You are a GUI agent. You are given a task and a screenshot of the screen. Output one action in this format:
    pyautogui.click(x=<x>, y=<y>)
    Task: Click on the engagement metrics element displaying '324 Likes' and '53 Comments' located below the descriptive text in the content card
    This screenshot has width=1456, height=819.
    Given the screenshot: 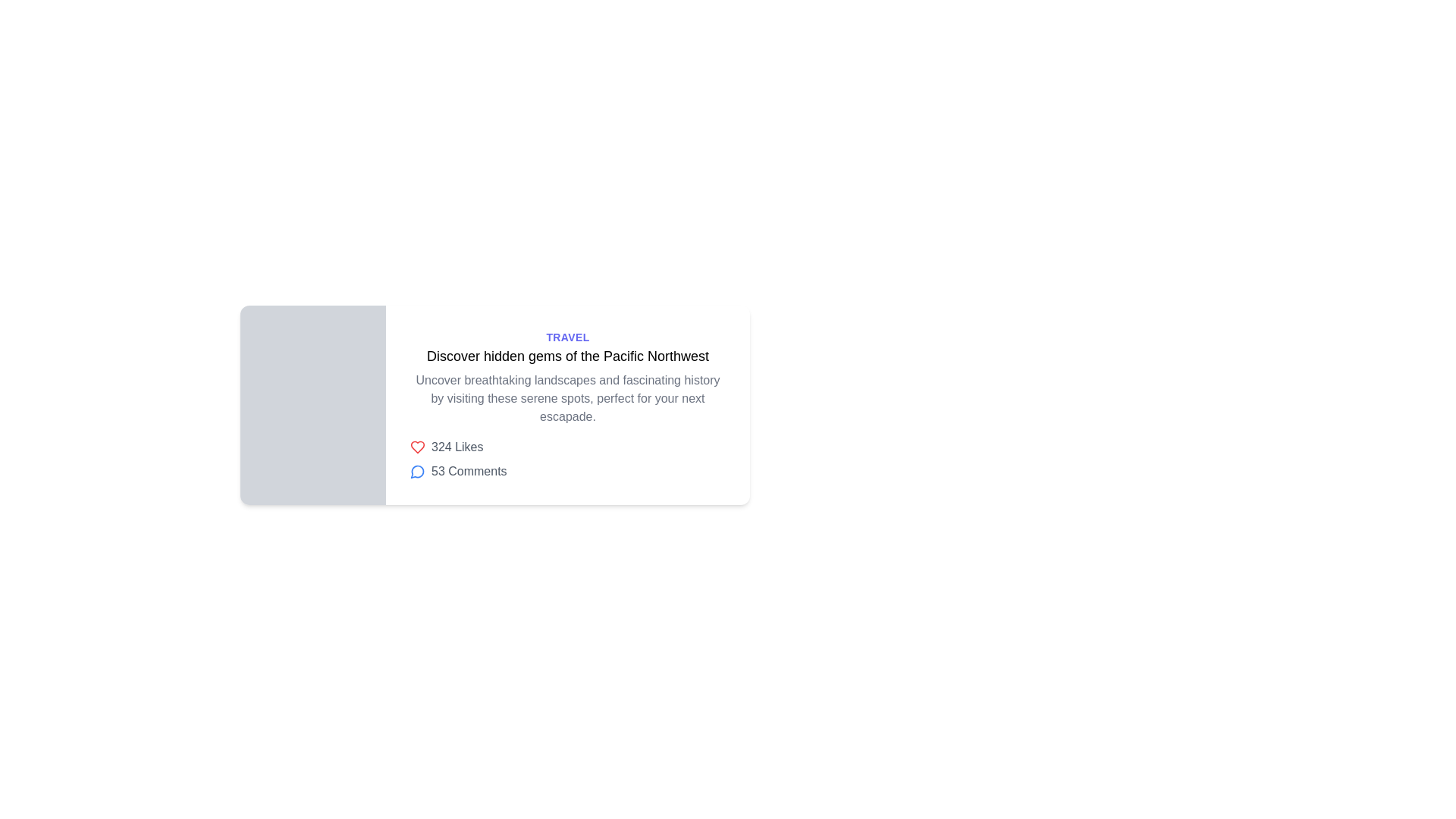 What is the action you would take?
    pyautogui.click(x=566, y=458)
    